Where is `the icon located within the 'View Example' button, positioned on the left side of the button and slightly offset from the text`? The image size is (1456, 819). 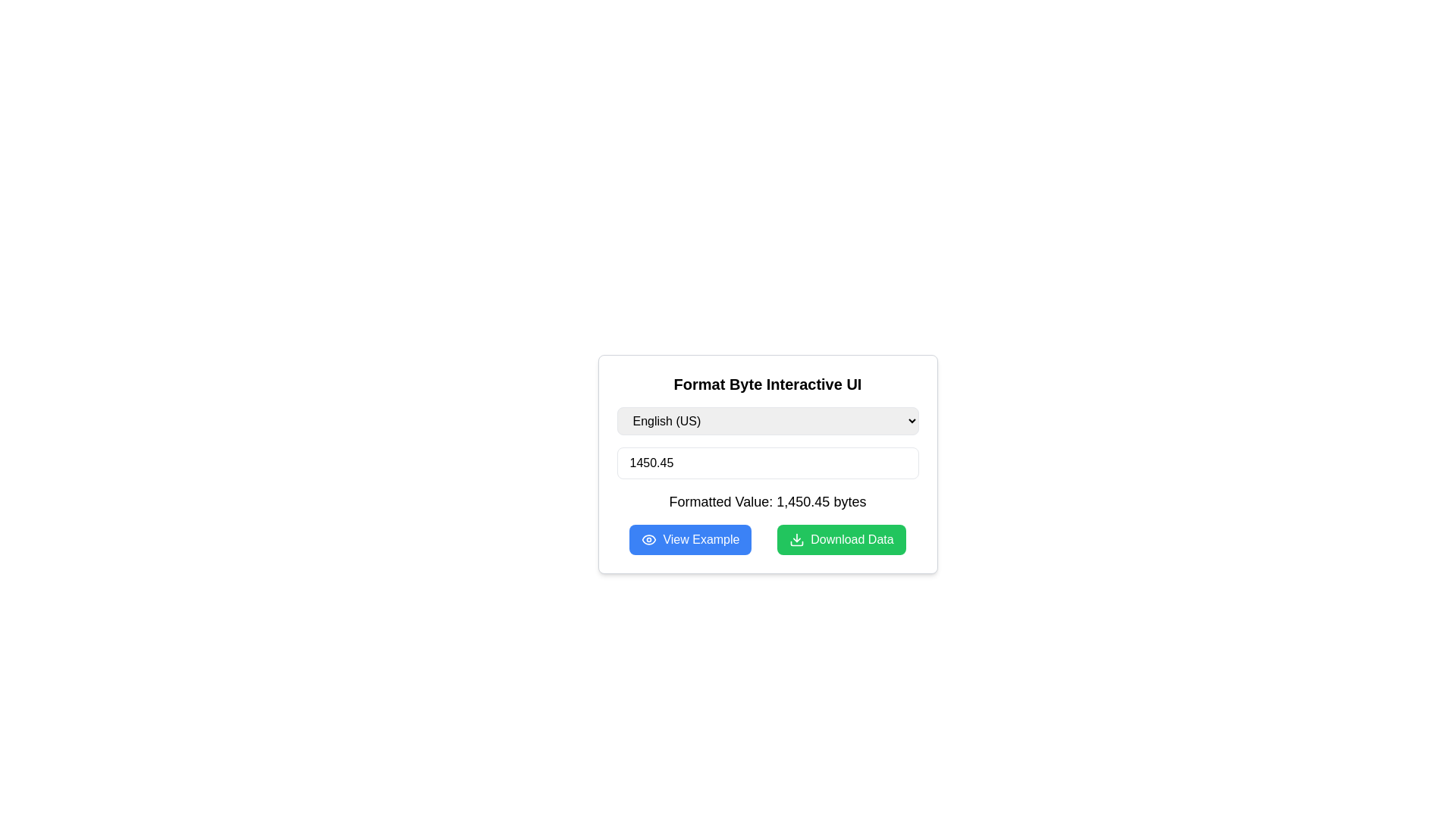 the icon located within the 'View Example' button, positioned on the left side of the button and slightly offset from the text is located at coordinates (649, 539).